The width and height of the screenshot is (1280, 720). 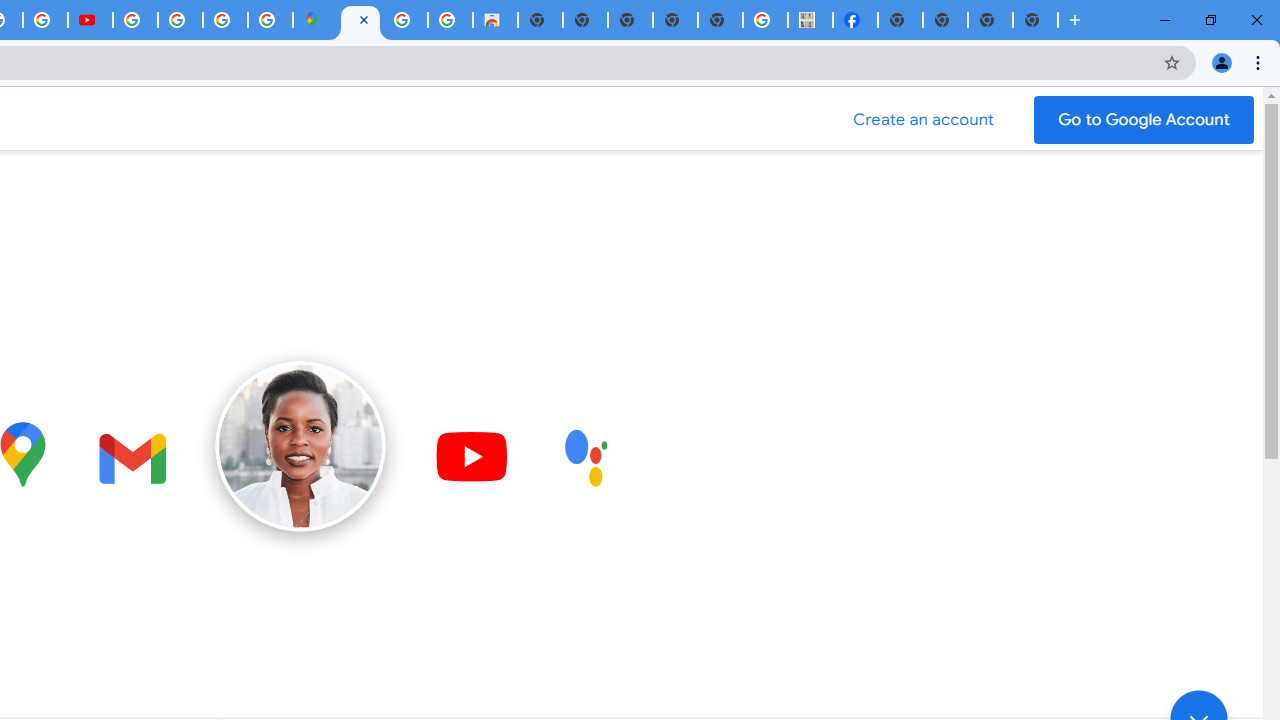 What do you see at coordinates (899, 20) in the screenshot?
I see `'New Tab'` at bounding box center [899, 20].